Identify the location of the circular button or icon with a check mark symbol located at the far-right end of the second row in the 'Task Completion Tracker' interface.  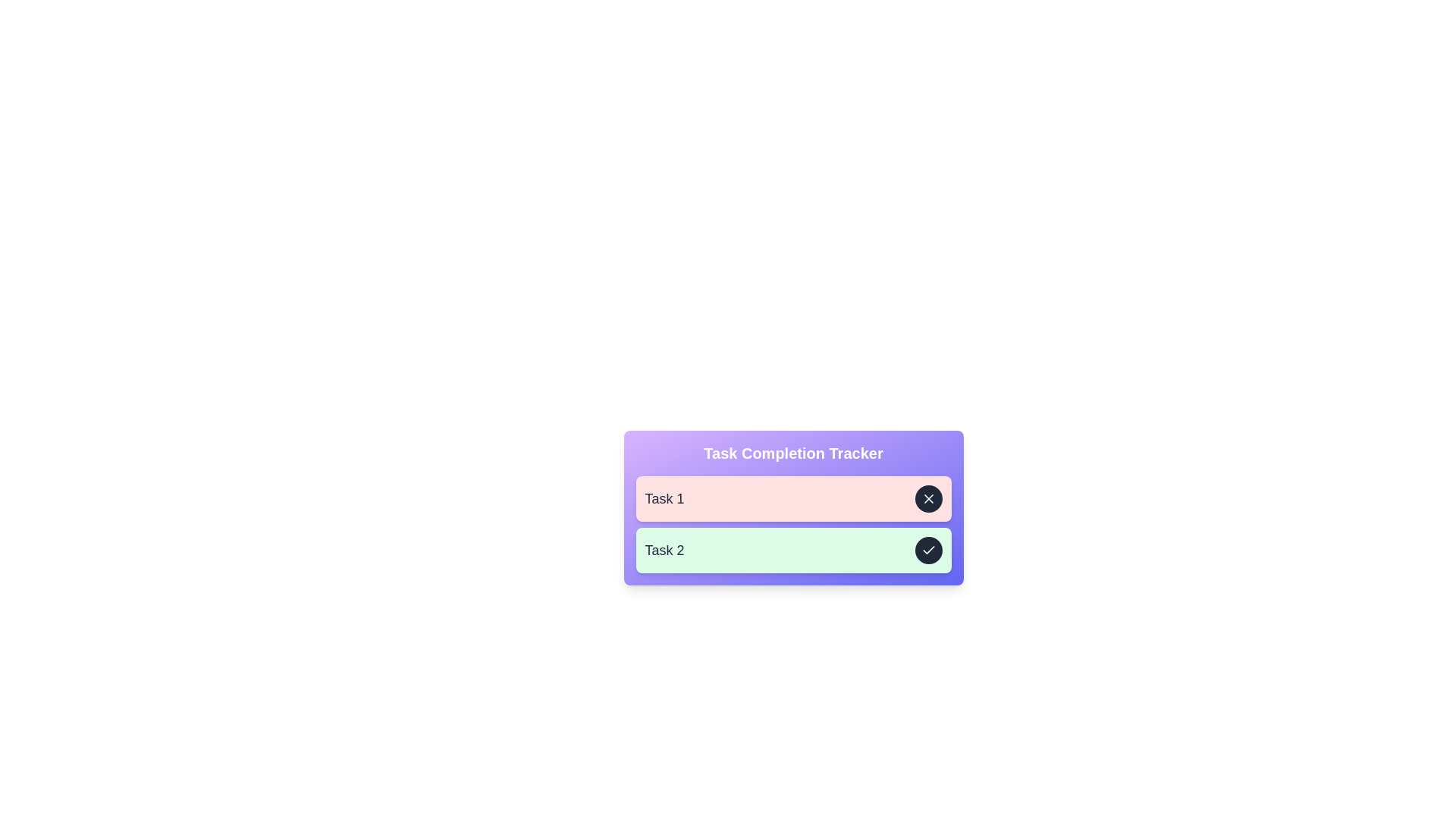
(927, 550).